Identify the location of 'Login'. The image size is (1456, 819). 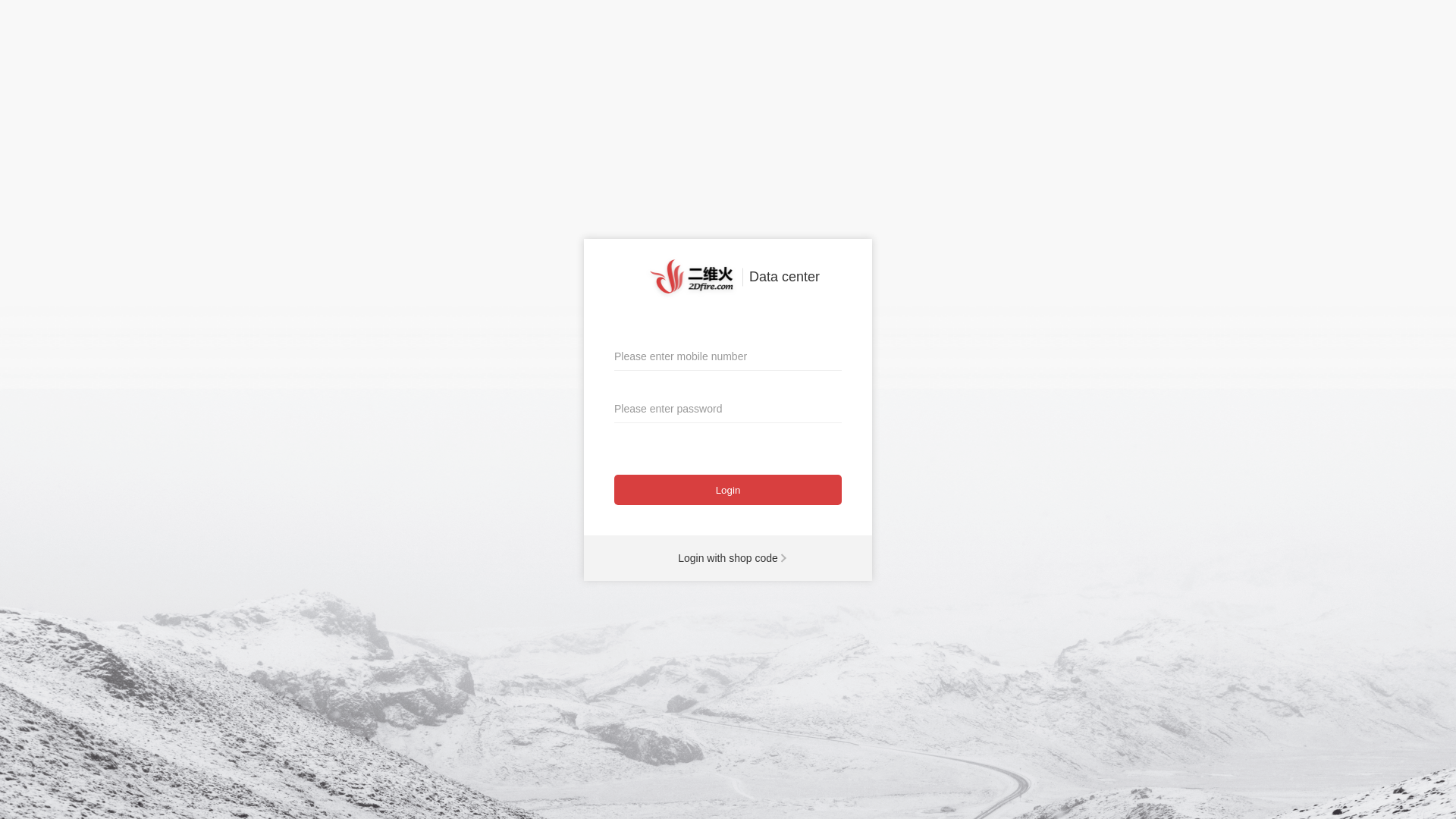
(728, 489).